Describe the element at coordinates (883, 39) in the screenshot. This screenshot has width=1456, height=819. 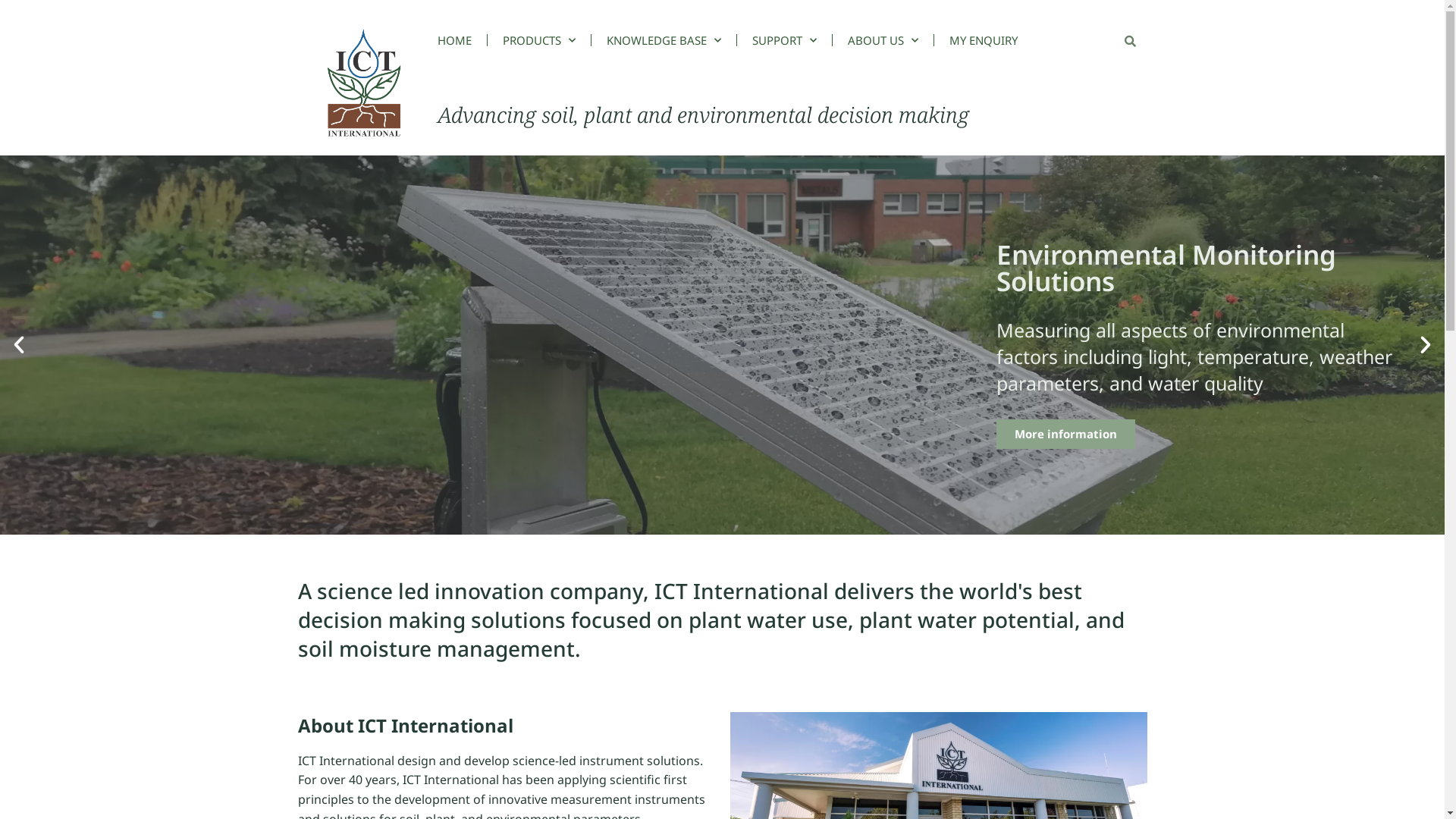
I see `'ABOUT US'` at that location.